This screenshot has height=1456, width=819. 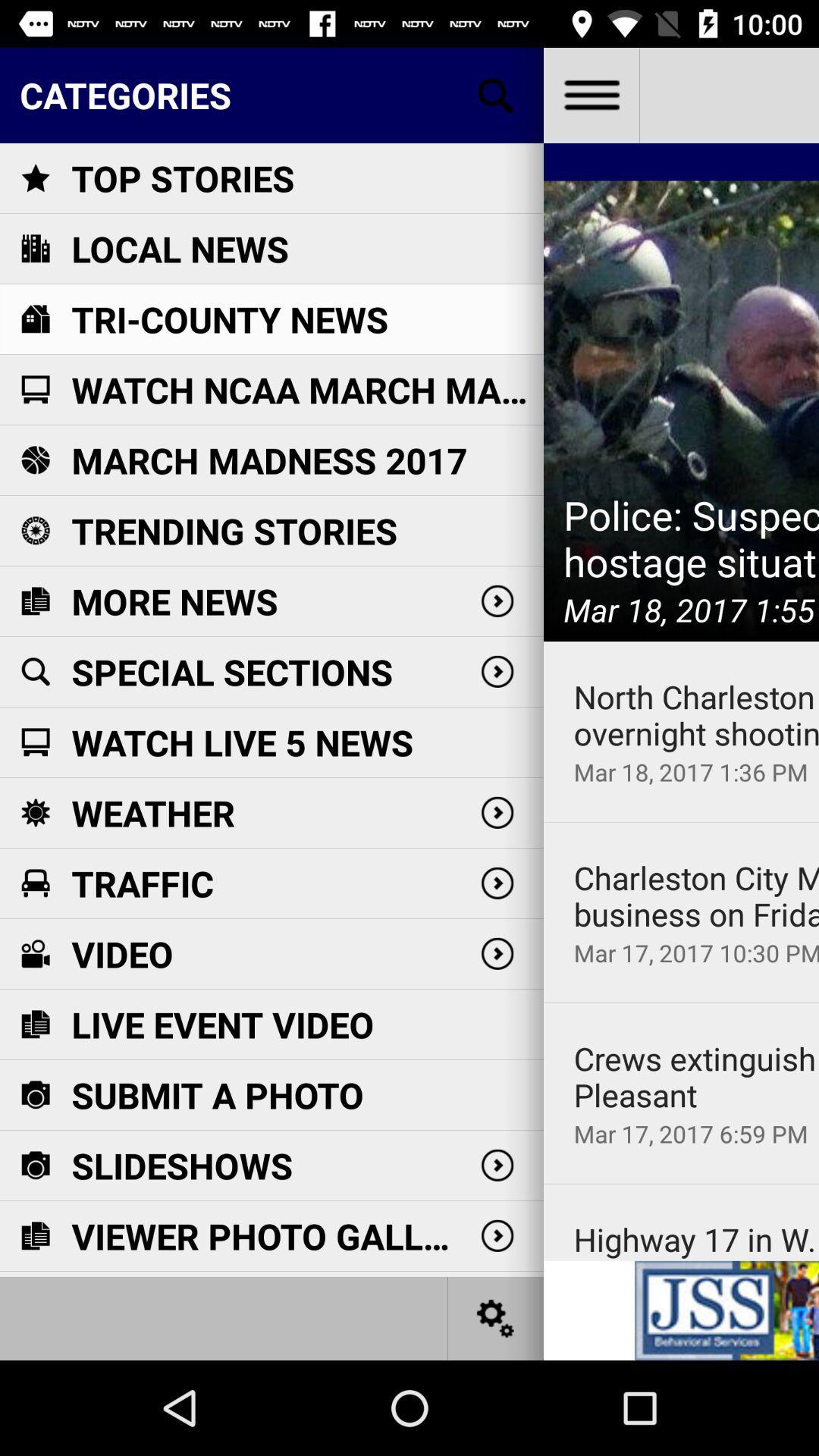 I want to click on open settings, so click(x=496, y=1317).